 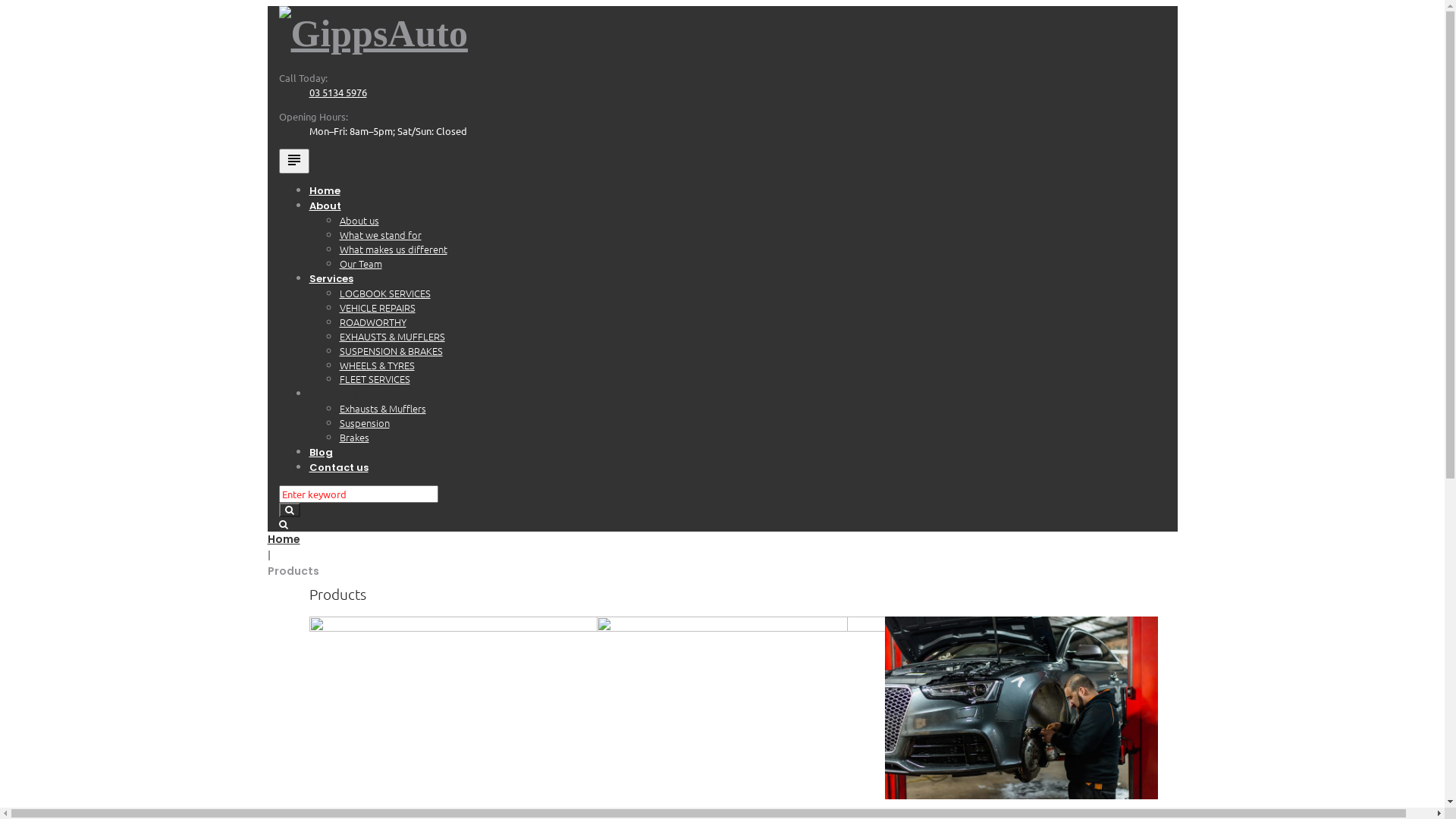 What do you see at coordinates (391, 350) in the screenshot?
I see `'SUSPENSION & BRAKES'` at bounding box center [391, 350].